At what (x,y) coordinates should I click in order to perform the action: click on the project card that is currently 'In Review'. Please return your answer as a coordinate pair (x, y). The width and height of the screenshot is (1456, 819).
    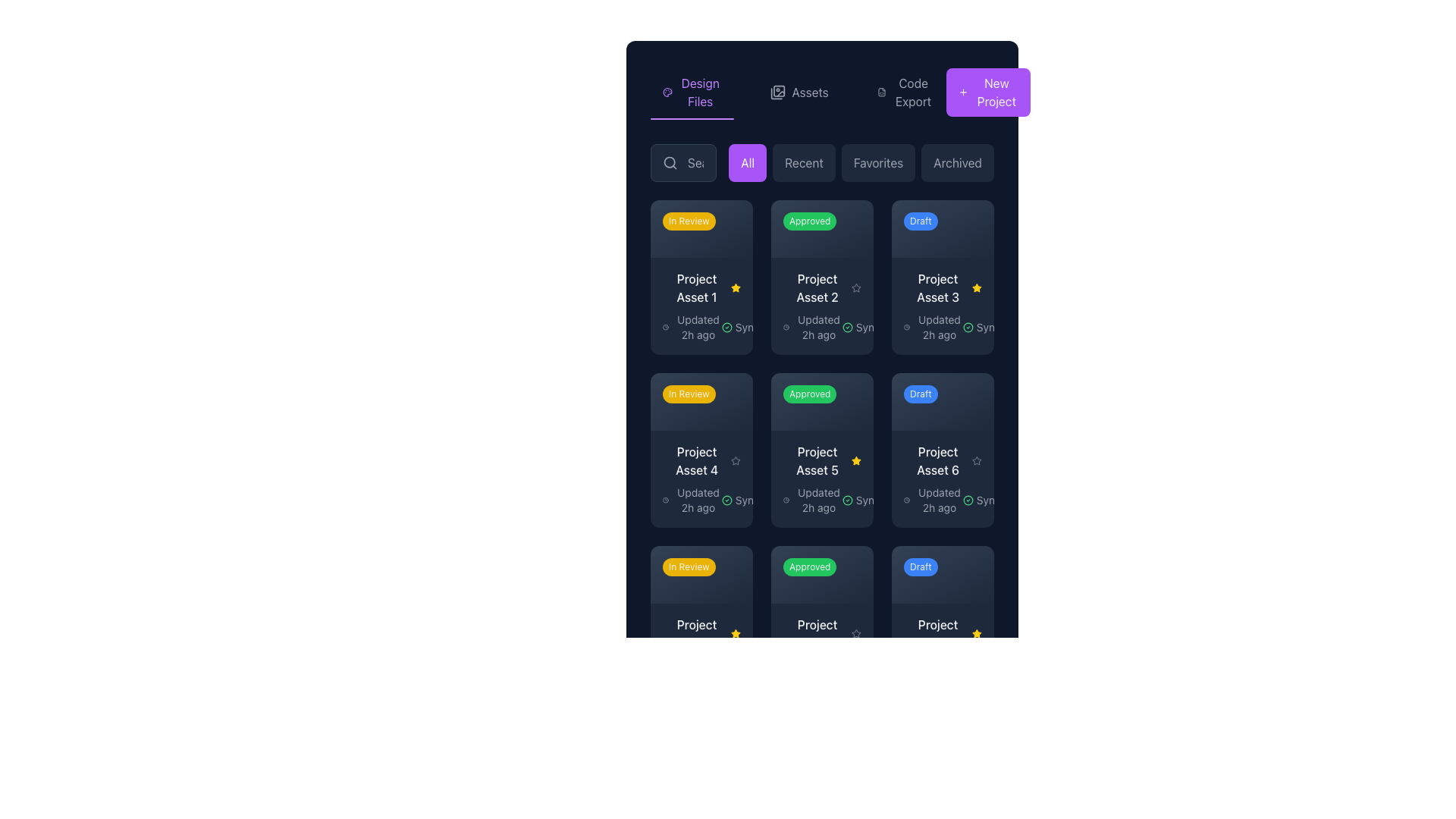
    Looking at the image, I should click on (701, 623).